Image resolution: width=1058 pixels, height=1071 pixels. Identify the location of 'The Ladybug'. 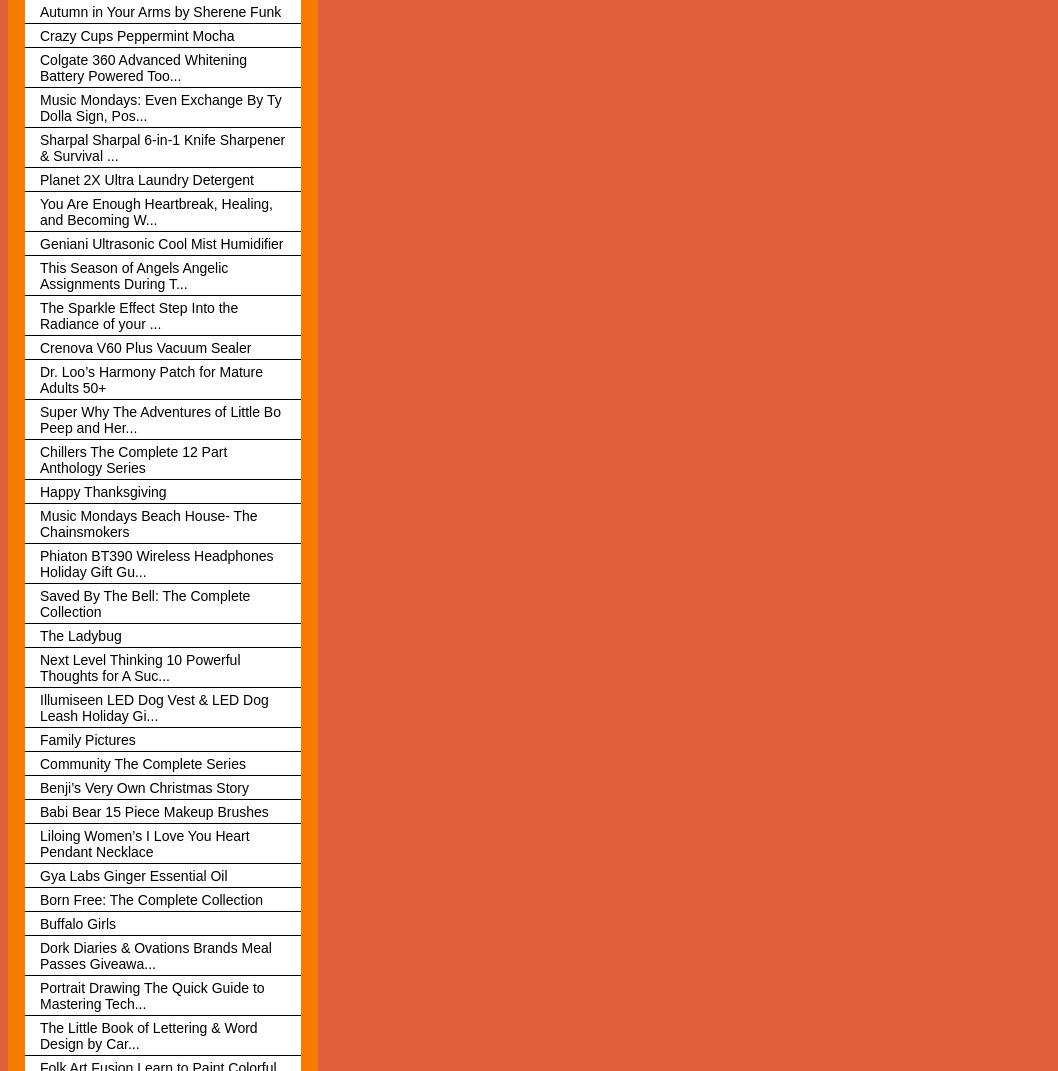
(39, 633).